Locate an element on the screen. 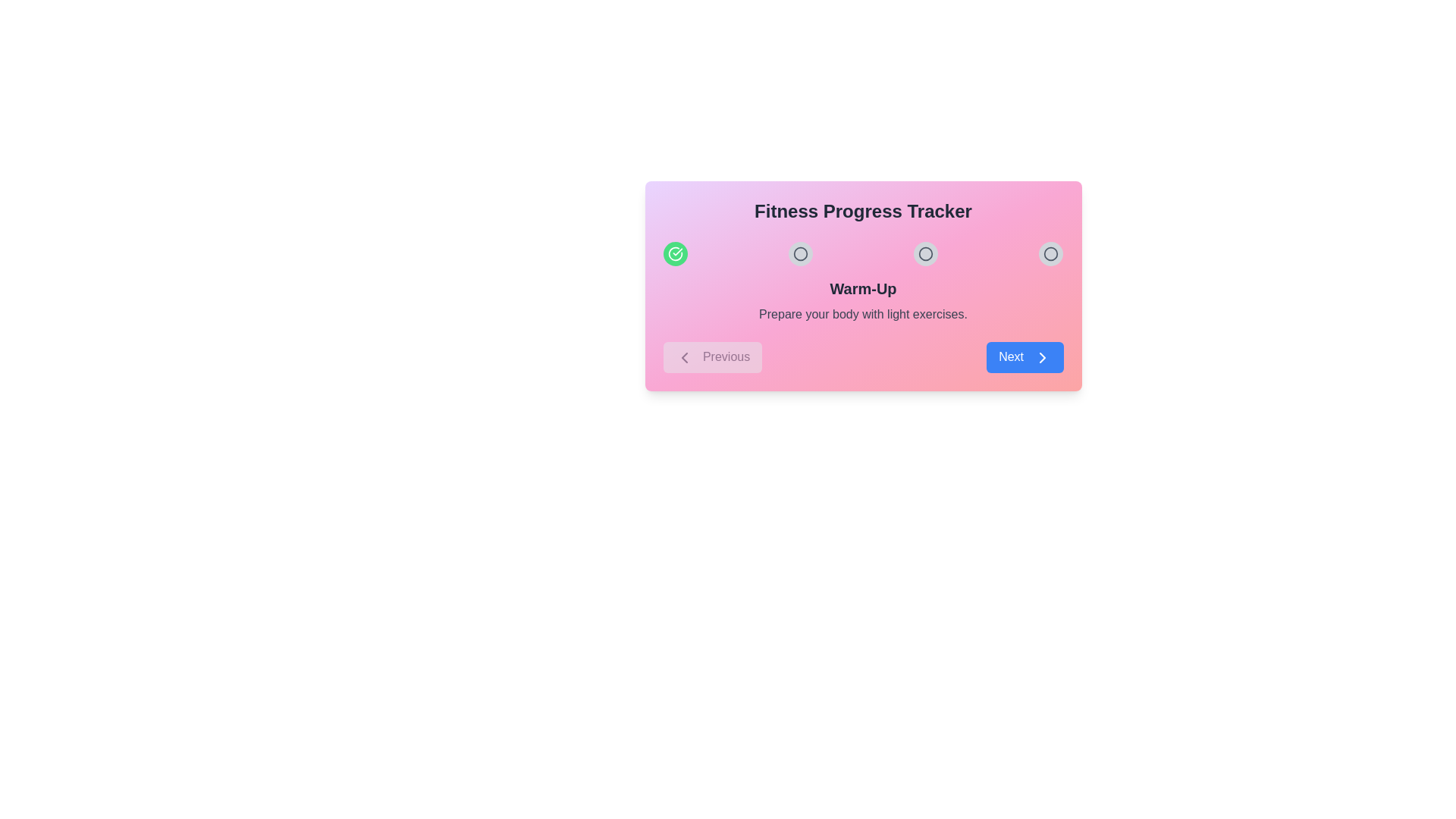 The width and height of the screenshot is (1456, 819). the middle circular icon in the Fitness Progress Tracker, which indicates the current step in the progress sequence is located at coordinates (925, 253).